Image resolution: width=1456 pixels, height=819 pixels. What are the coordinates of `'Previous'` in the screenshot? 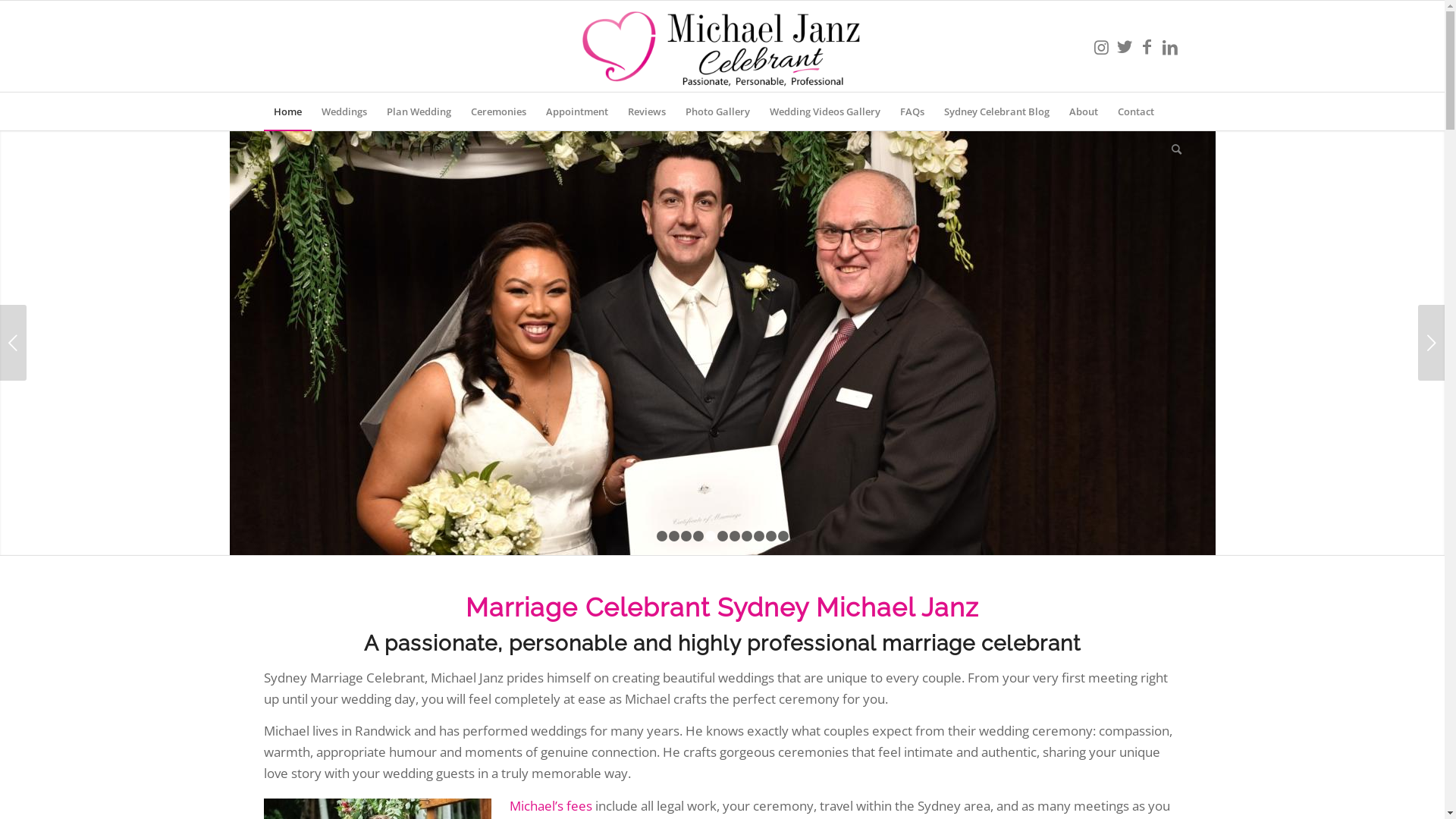 It's located at (13, 304).